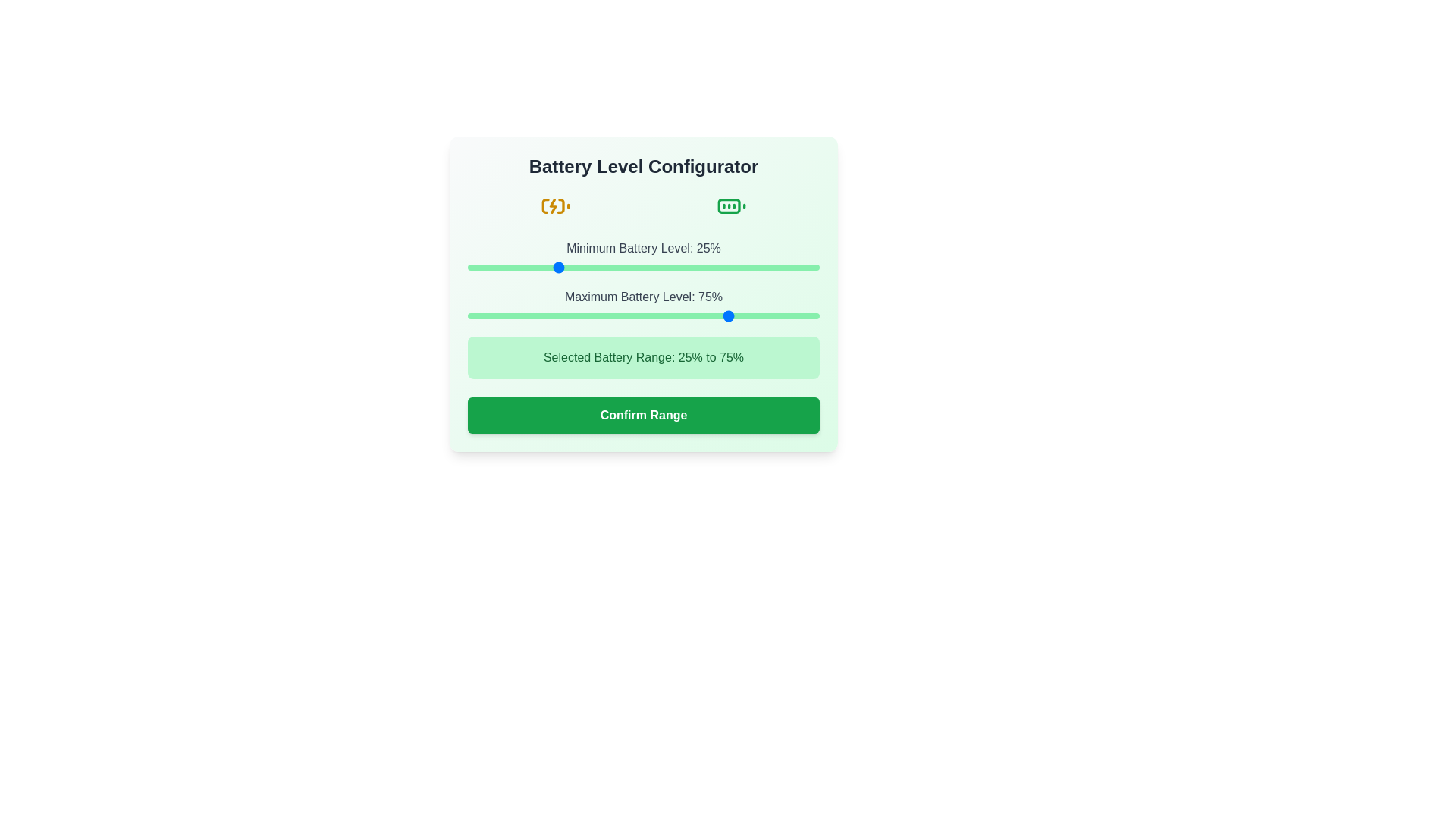 This screenshot has height=819, width=1456. What do you see at coordinates (615, 315) in the screenshot?
I see `the maximum battery level` at bounding box center [615, 315].